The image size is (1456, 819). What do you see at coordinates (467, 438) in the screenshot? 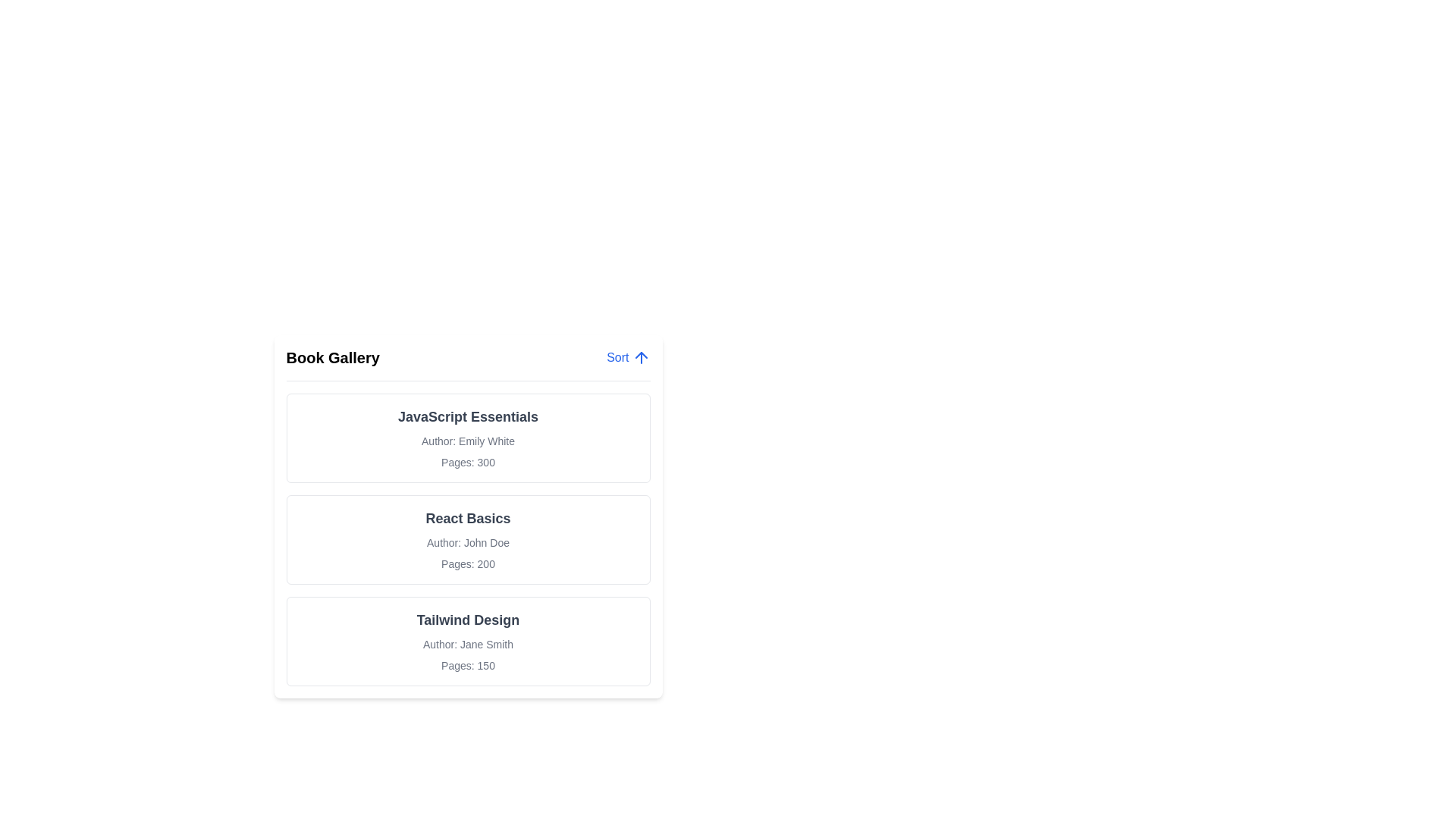
I see `the first Informational Card in the Book Gallery that displays the book title, author's name, and page count information` at bounding box center [467, 438].